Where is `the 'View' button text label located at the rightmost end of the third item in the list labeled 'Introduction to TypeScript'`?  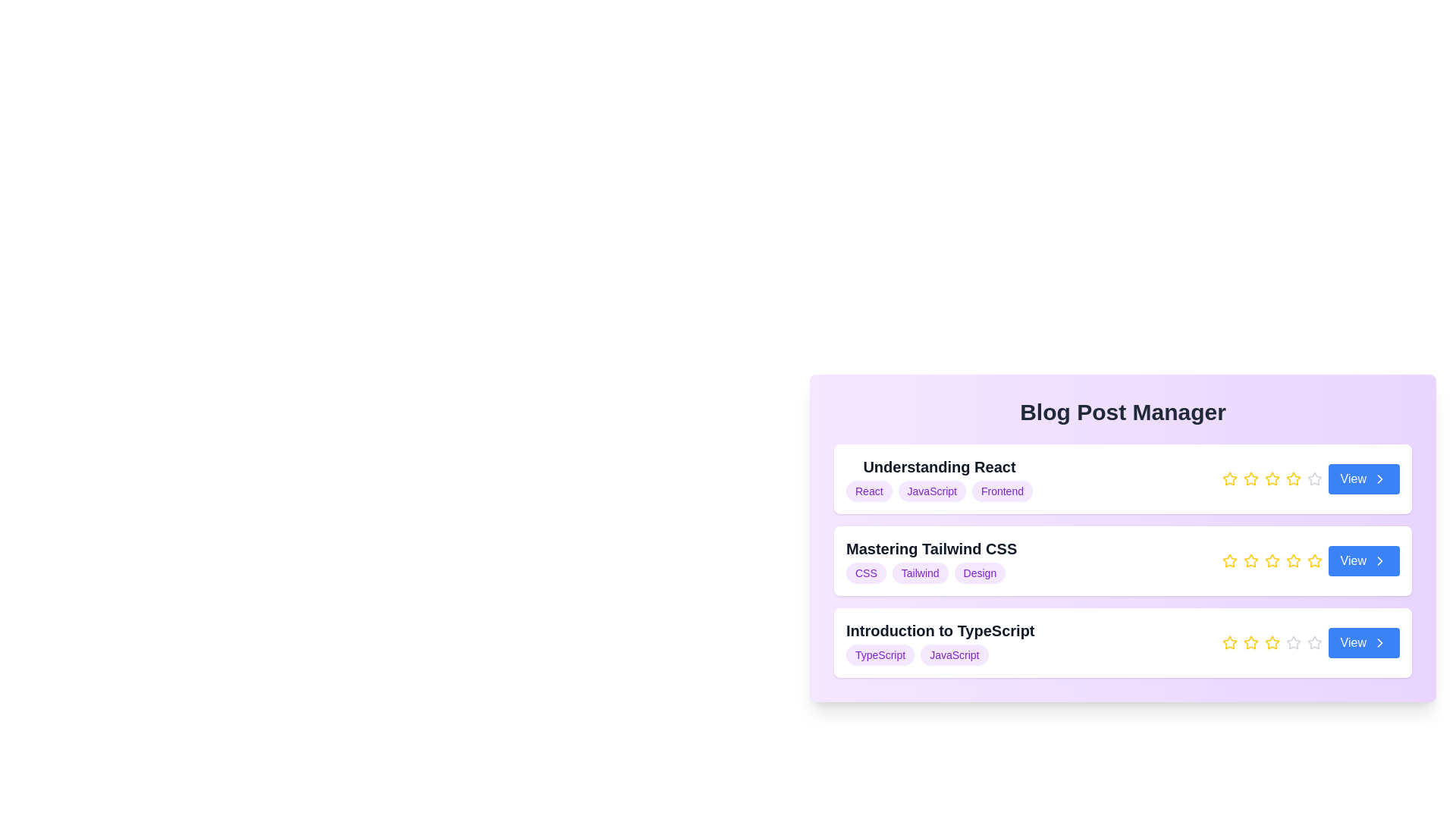 the 'View' button text label located at the rightmost end of the third item in the list labeled 'Introduction to TypeScript' is located at coordinates (1353, 643).